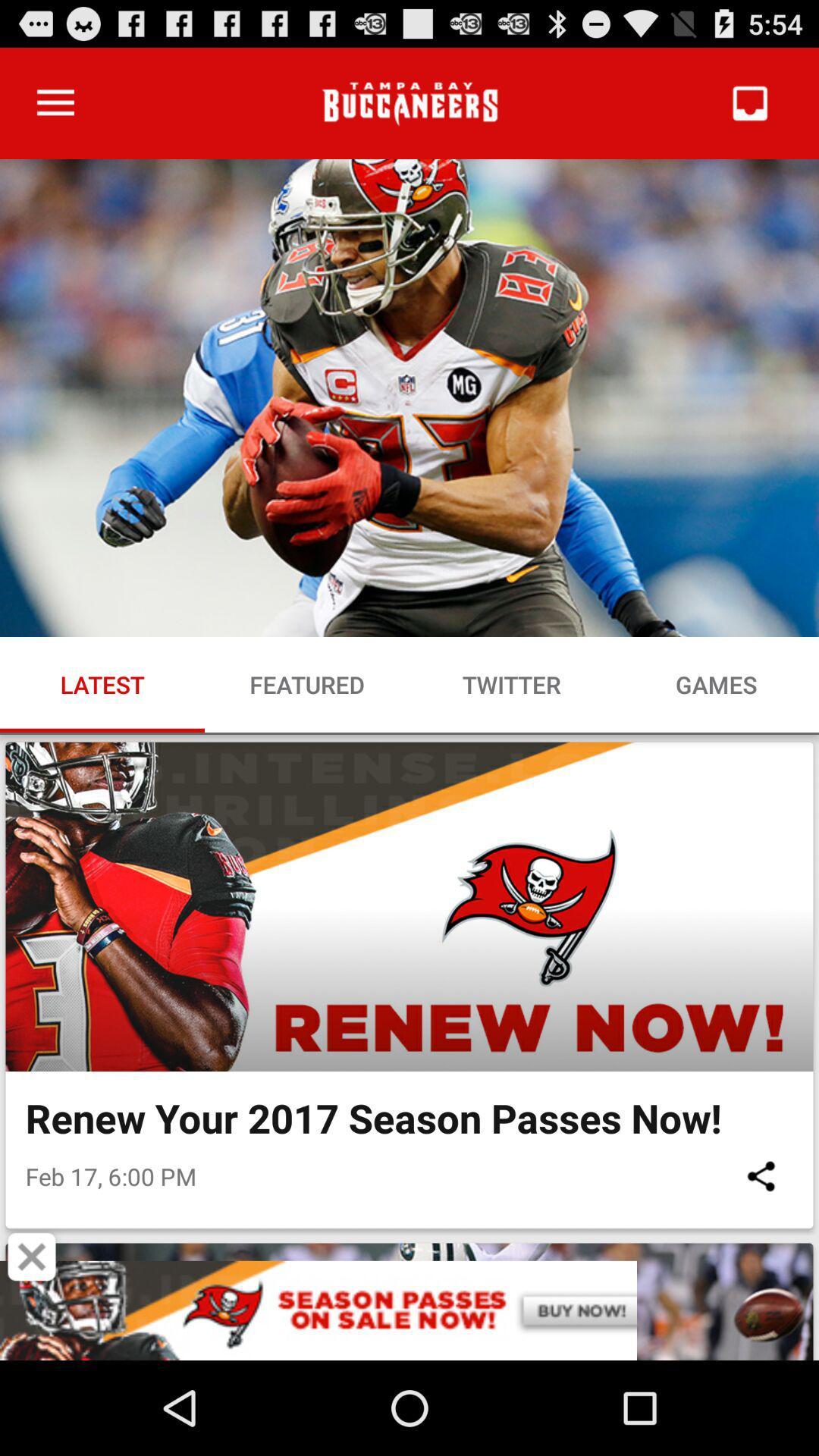  Describe the element at coordinates (55, 102) in the screenshot. I see `item at the top left corner` at that location.